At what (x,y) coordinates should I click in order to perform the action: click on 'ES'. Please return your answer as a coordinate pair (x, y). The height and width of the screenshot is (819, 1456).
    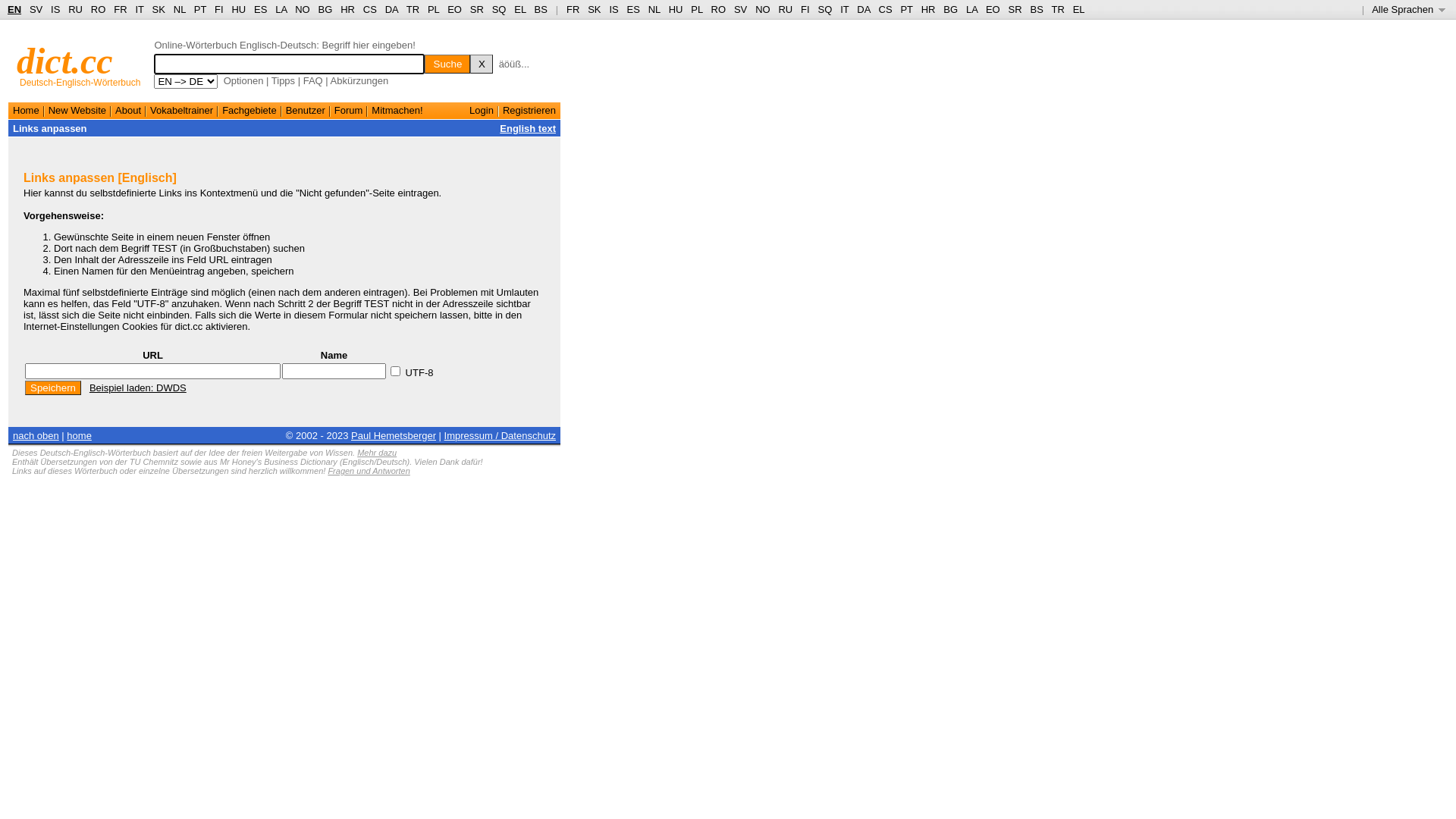
    Looking at the image, I should click on (260, 9).